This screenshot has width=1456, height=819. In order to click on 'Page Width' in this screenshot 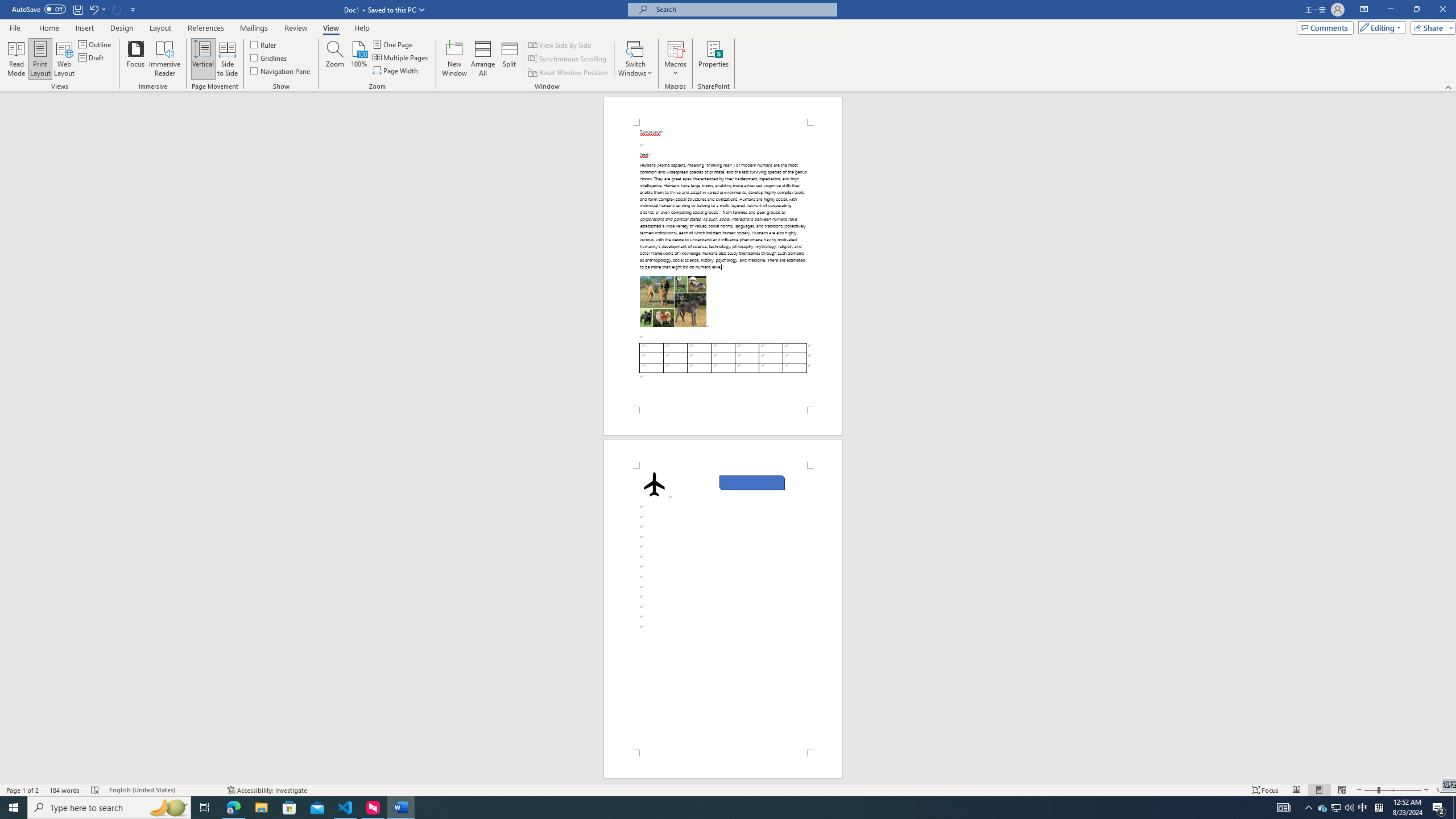, I will do `click(396, 69)`.